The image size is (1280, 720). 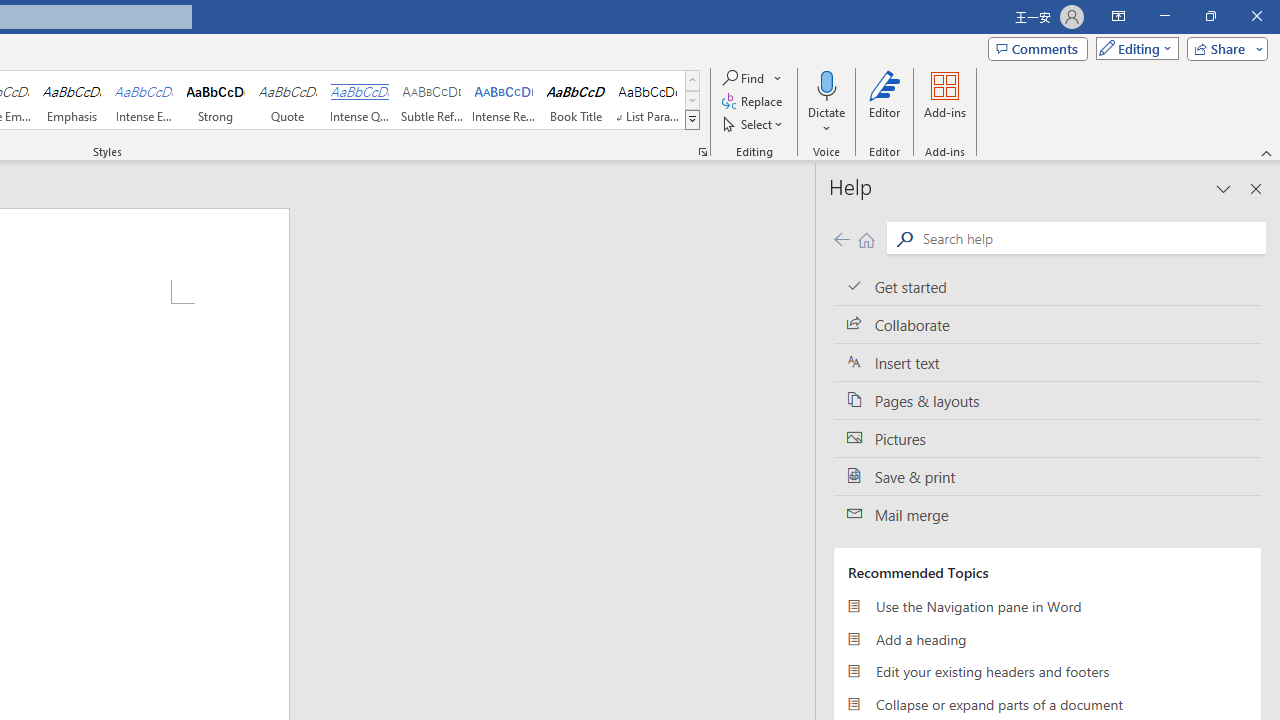 What do you see at coordinates (1046, 363) in the screenshot?
I see `'Insert text'` at bounding box center [1046, 363].